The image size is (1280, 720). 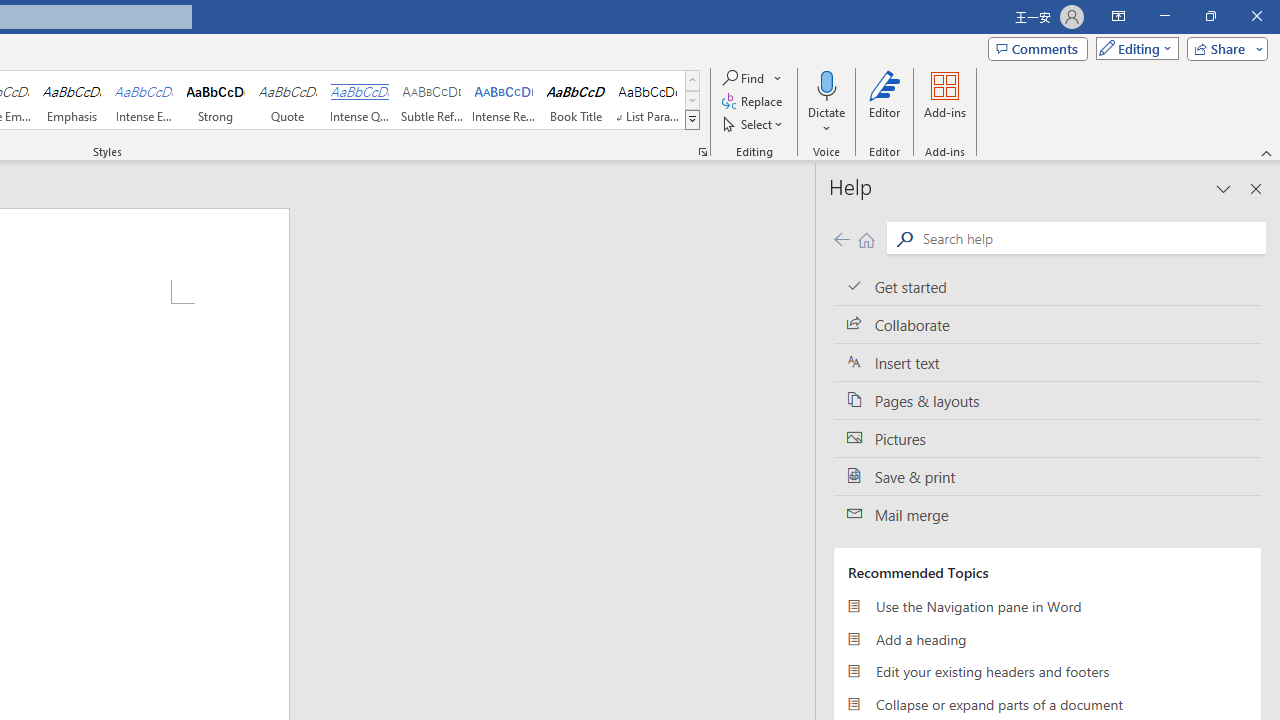 What do you see at coordinates (1046, 363) in the screenshot?
I see `'Insert text'` at bounding box center [1046, 363].